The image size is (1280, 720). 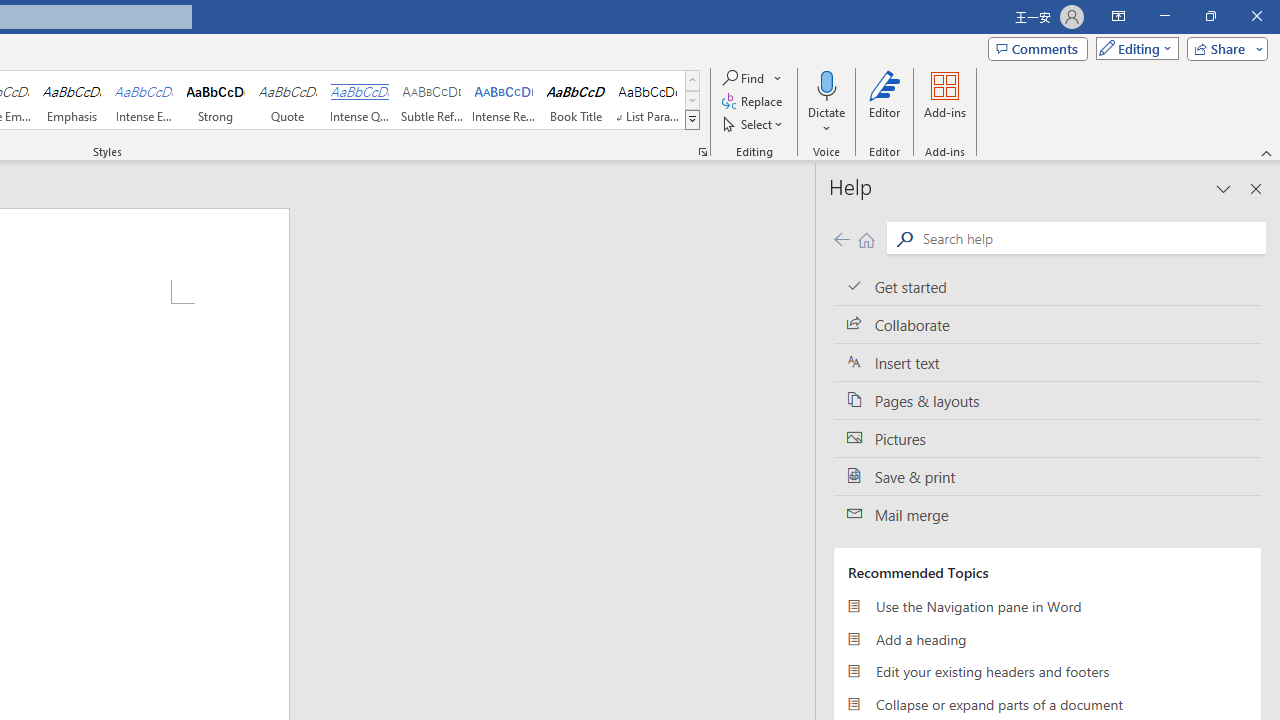 What do you see at coordinates (1046, 363) in the screenshot?
I see `'Insert text'` at bounding box center [1046, 363].